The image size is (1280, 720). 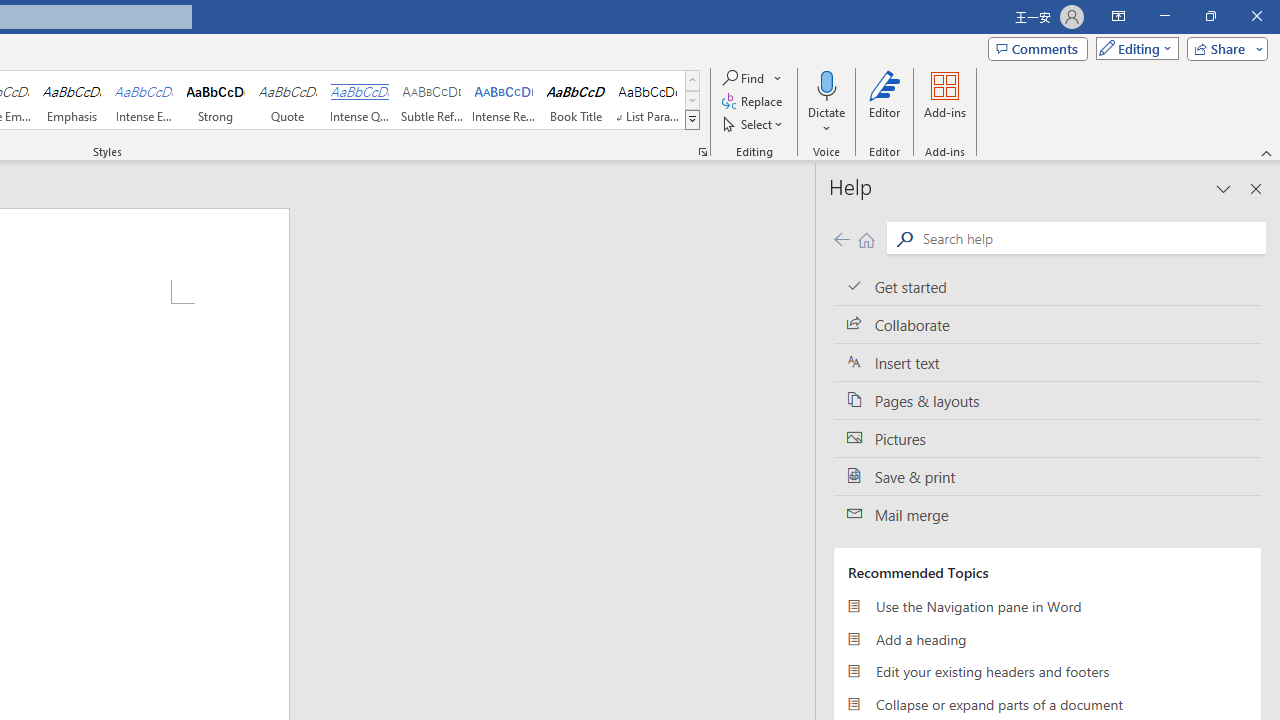 What do you see at coordinates (1046, 363) in the screenshot?
I see `'Insert text'` at bounding box center [1046, 363].